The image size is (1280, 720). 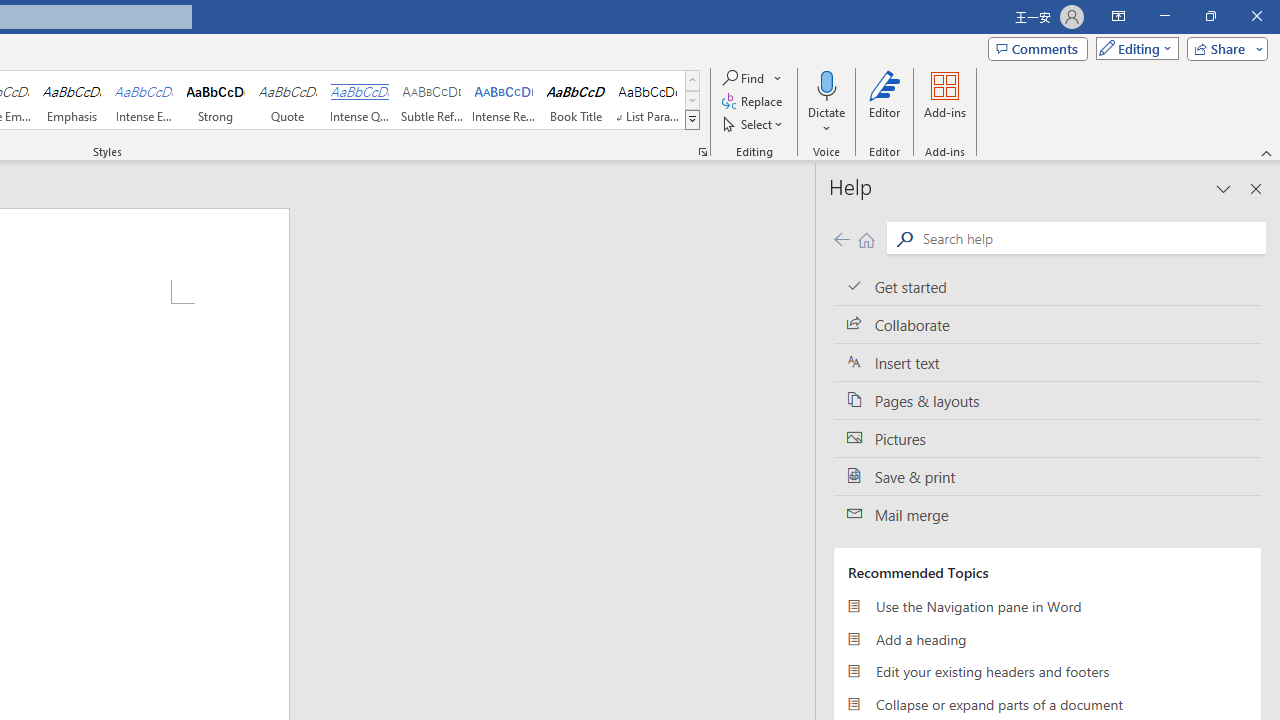 What do you see at coordinates (1046, 363) in the screenshot?
I see `'Insert text'` at bounding box center [1046, 363].